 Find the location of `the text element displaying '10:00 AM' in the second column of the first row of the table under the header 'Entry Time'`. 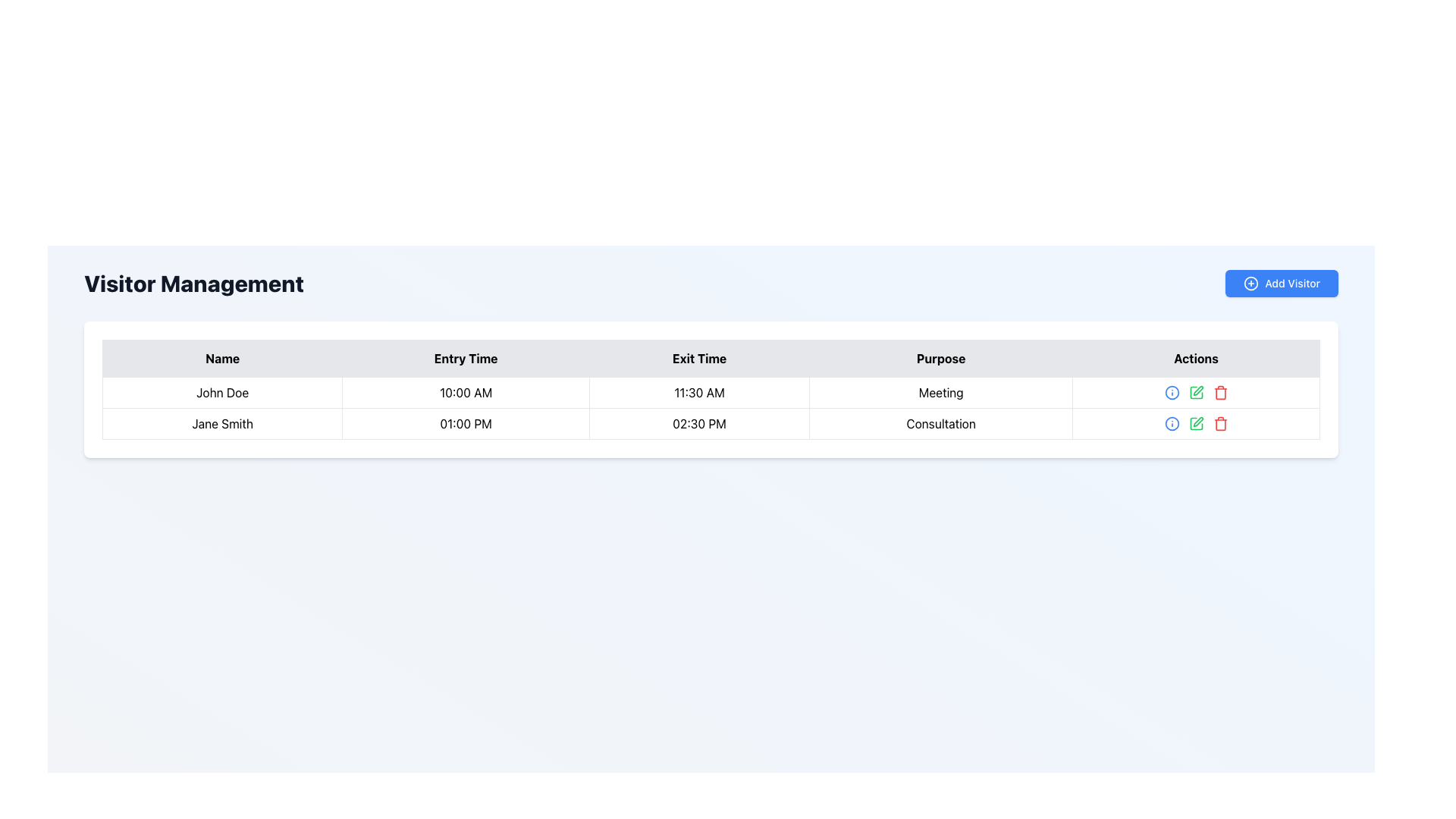

the text element displaying '10:00 AM' in the second column of the first row of the table under the header 'Entry Time' is located at coordinates (465, 391).